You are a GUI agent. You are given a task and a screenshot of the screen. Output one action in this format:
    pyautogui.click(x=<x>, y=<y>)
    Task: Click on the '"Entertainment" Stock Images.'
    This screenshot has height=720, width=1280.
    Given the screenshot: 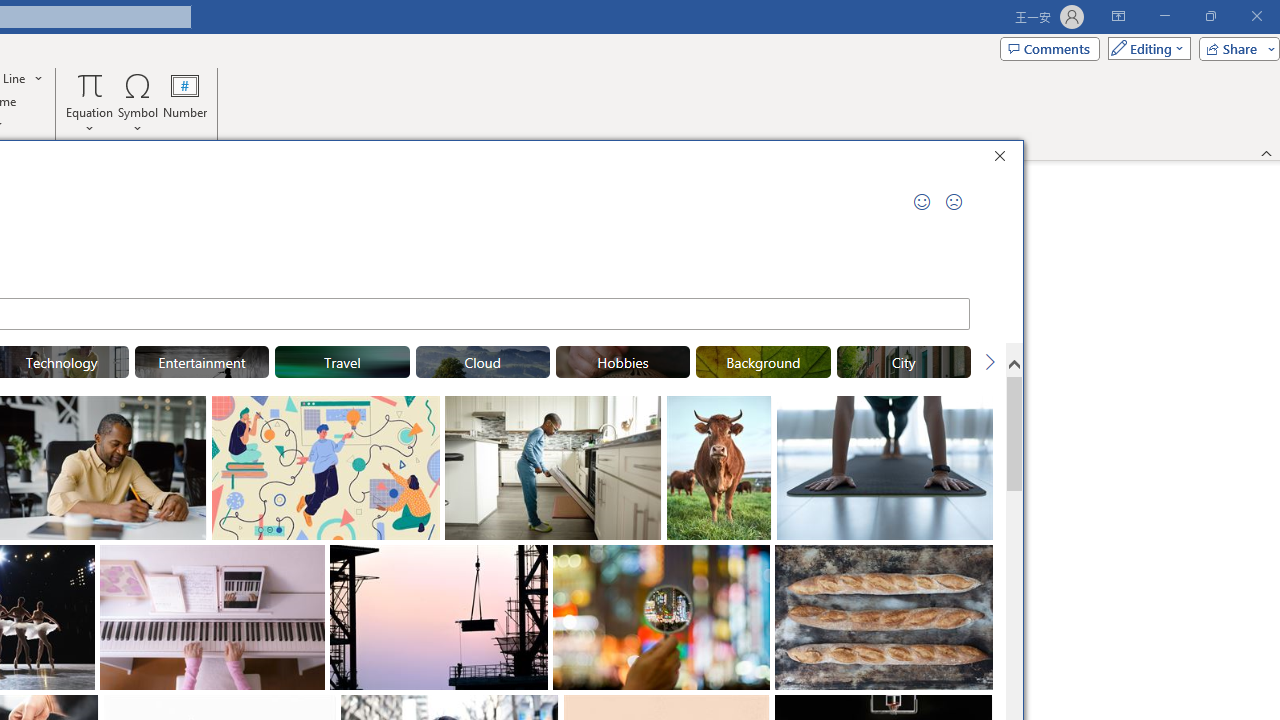 What is the action you would take?
    pyautogui.click(x=201, y=362)
    